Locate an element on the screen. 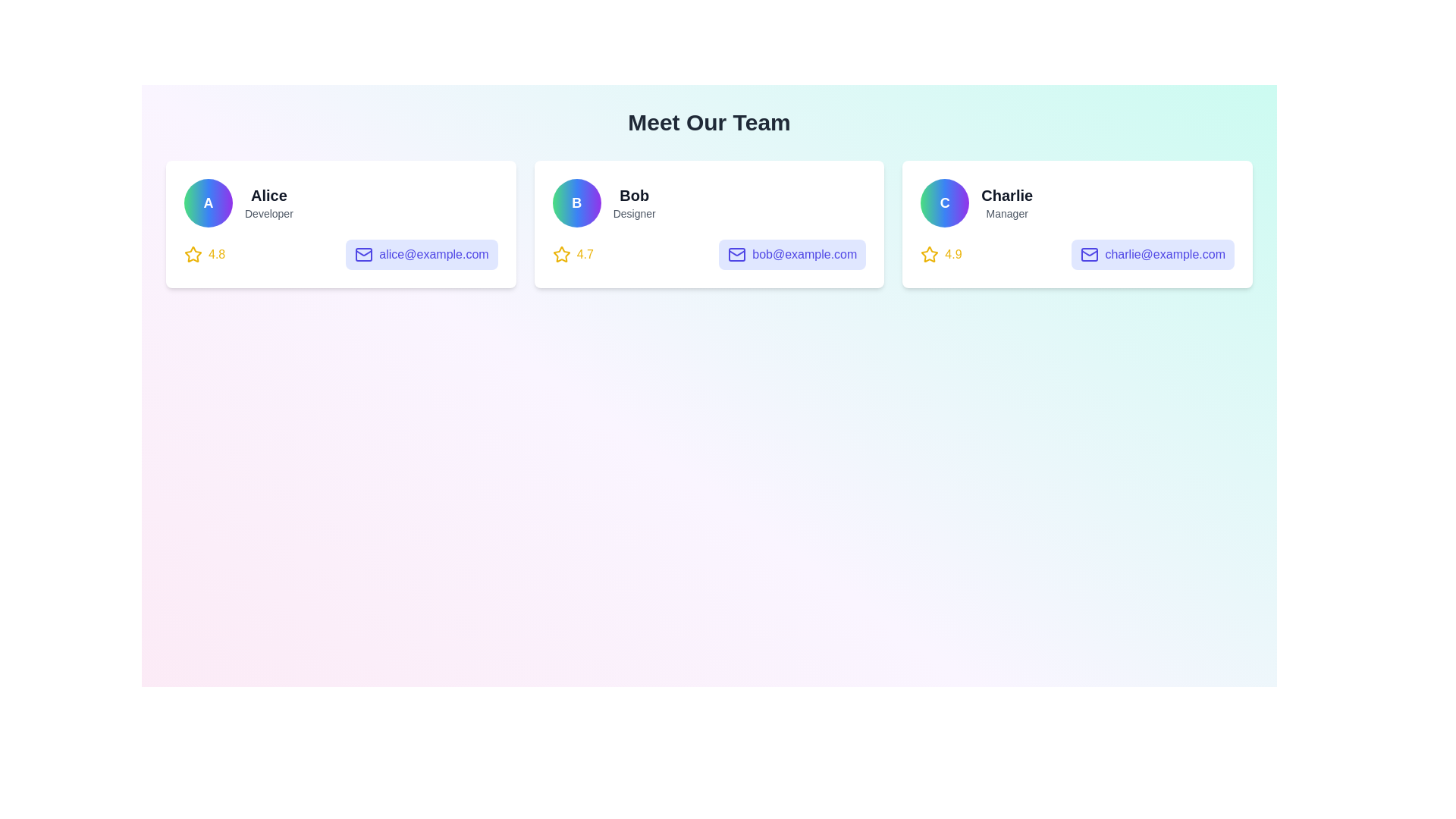  the email text link 'charlie@example.com' located in the 'Contact Information' section of Charlie's card in the 'Meet Our Team' layout is located at coordinates (1164, 253).